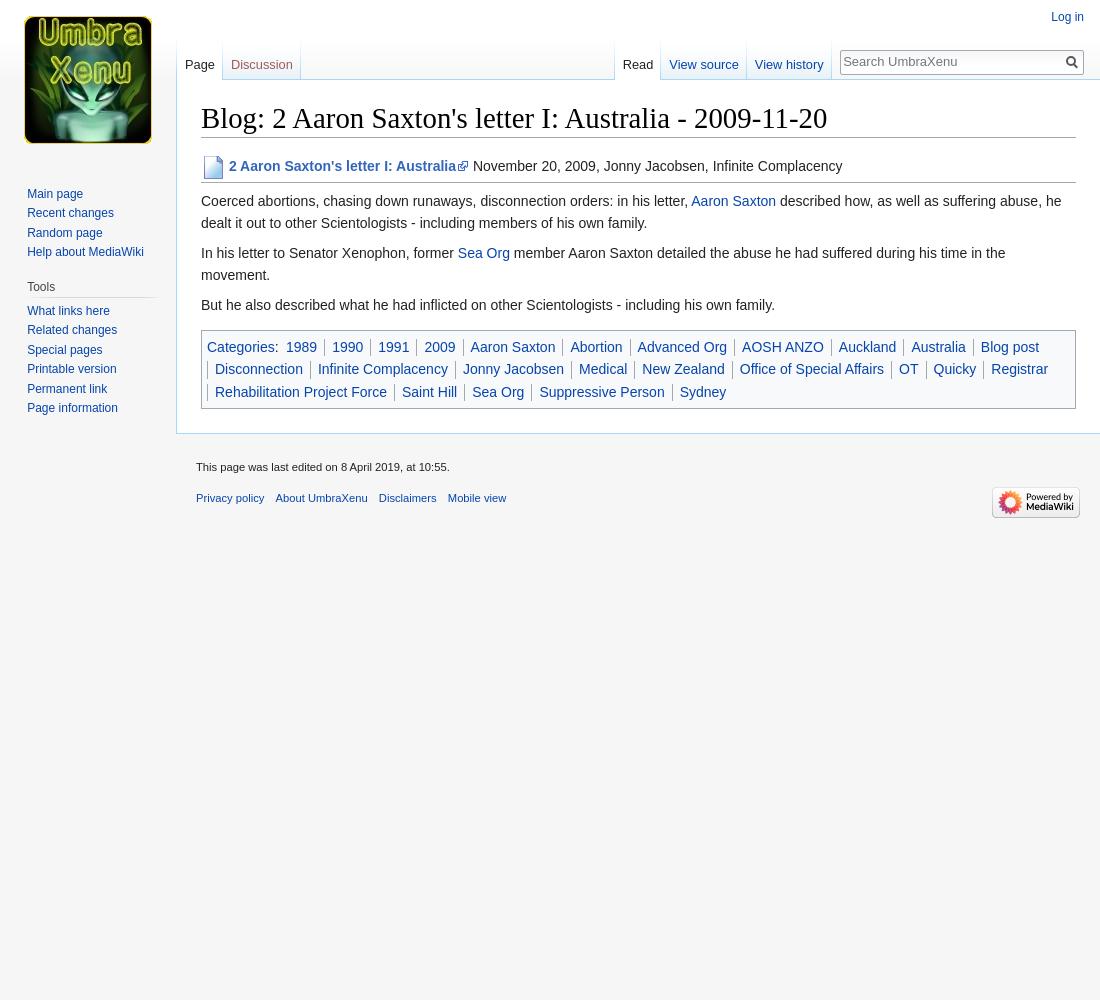 This screenshot has width=1100, height=1000. Describe the element at coordinates (866, 345) in the screenshot. I see `'Auckland'` at that location.